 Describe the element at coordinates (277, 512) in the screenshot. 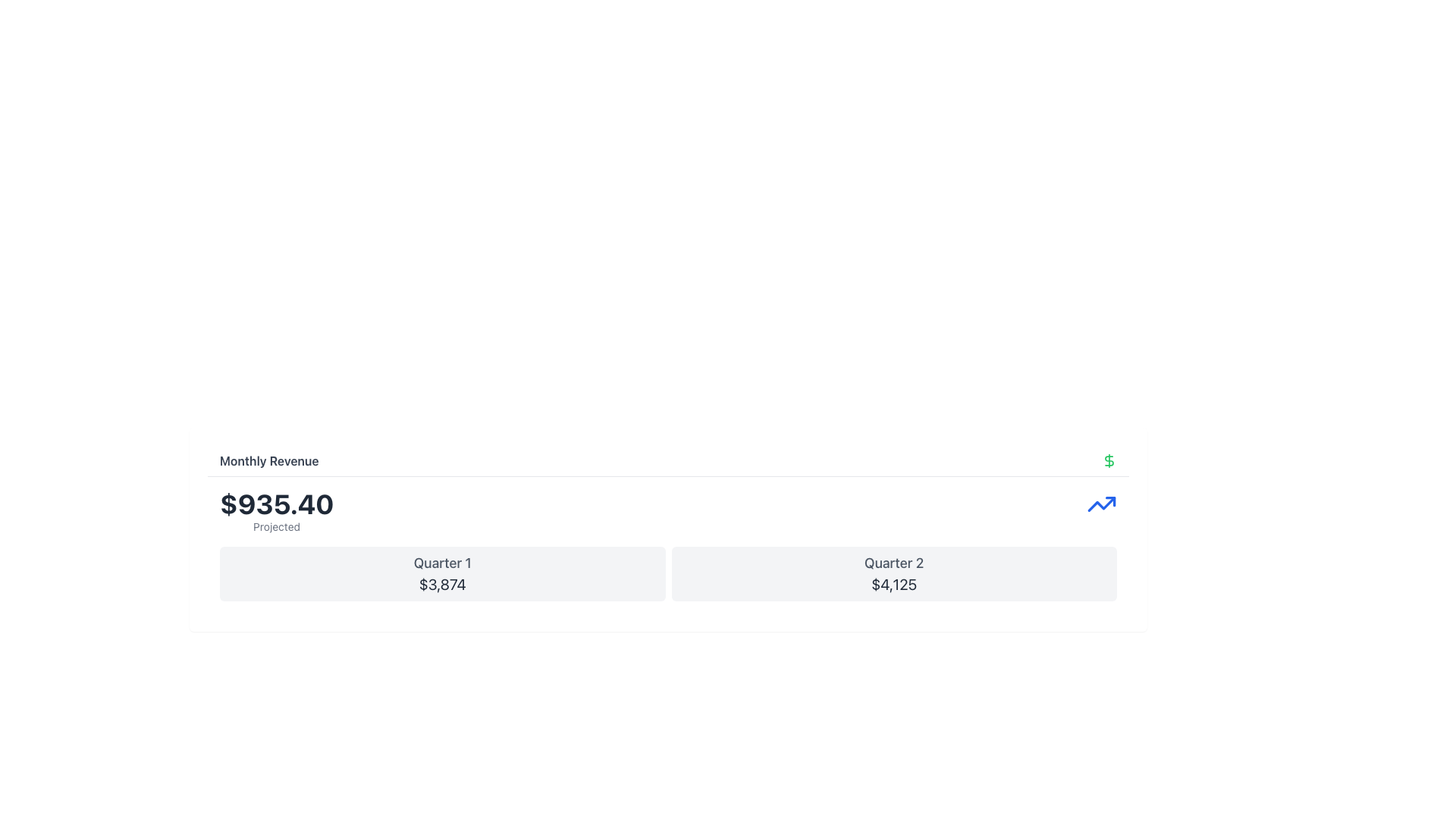

I see `the text label displaying the amount '$935.40' and the word 'Projected' located under the heading 'Monthly Revenue'` at that location.